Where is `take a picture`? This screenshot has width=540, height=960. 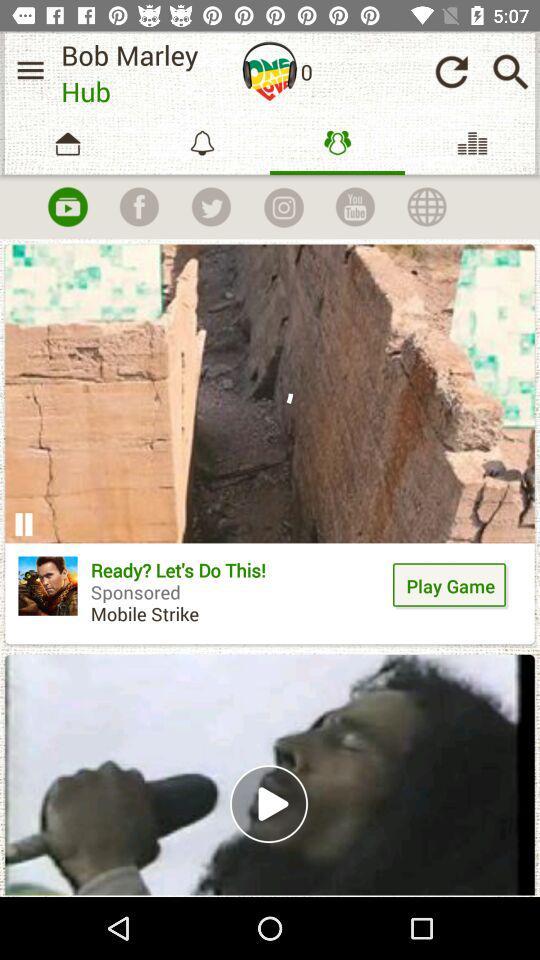 take a picture is located at coordinates (282, 207).